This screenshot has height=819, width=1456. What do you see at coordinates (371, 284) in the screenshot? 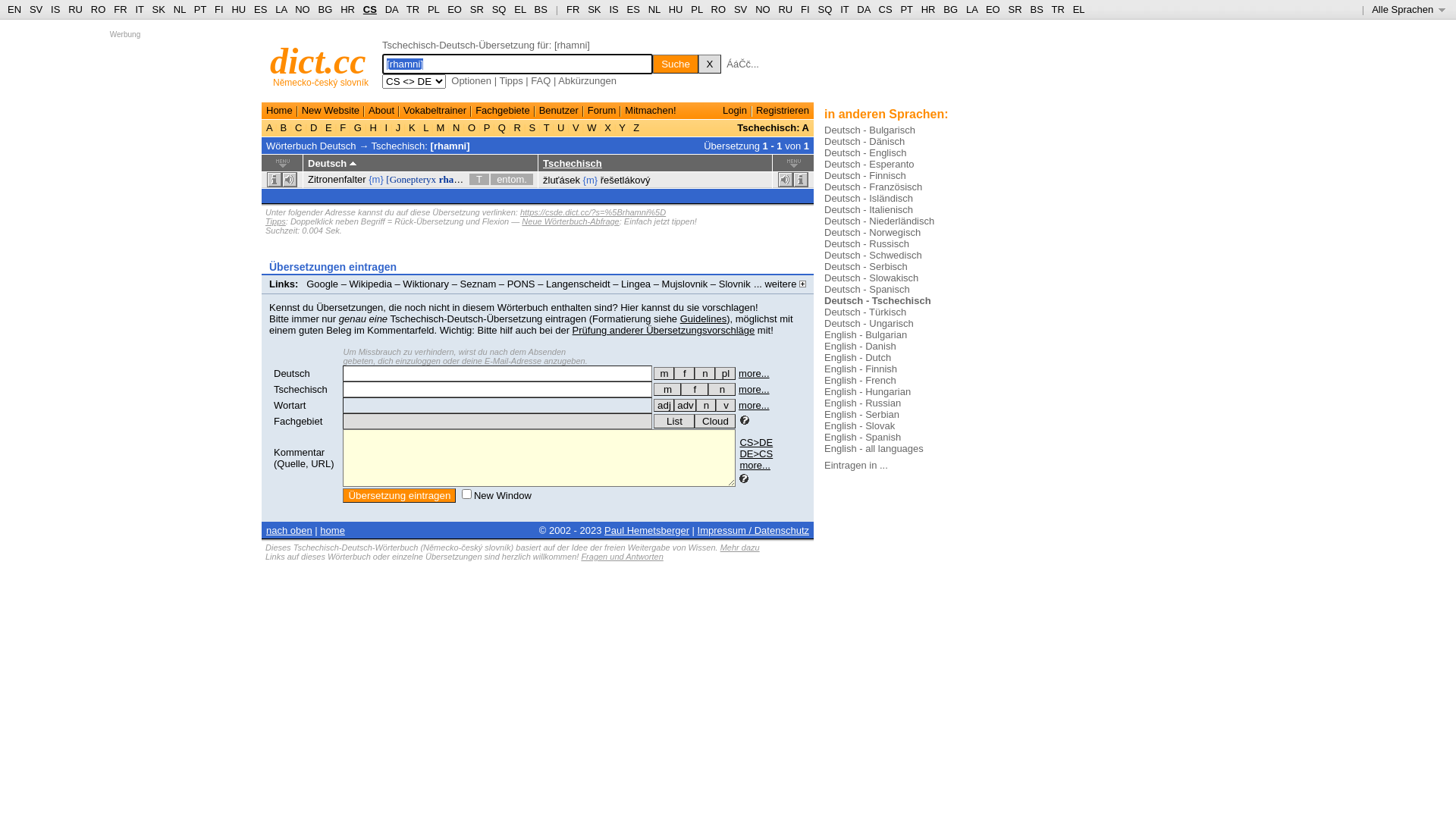
I see `'Wikipedia'` at bounding box center [371, 284].